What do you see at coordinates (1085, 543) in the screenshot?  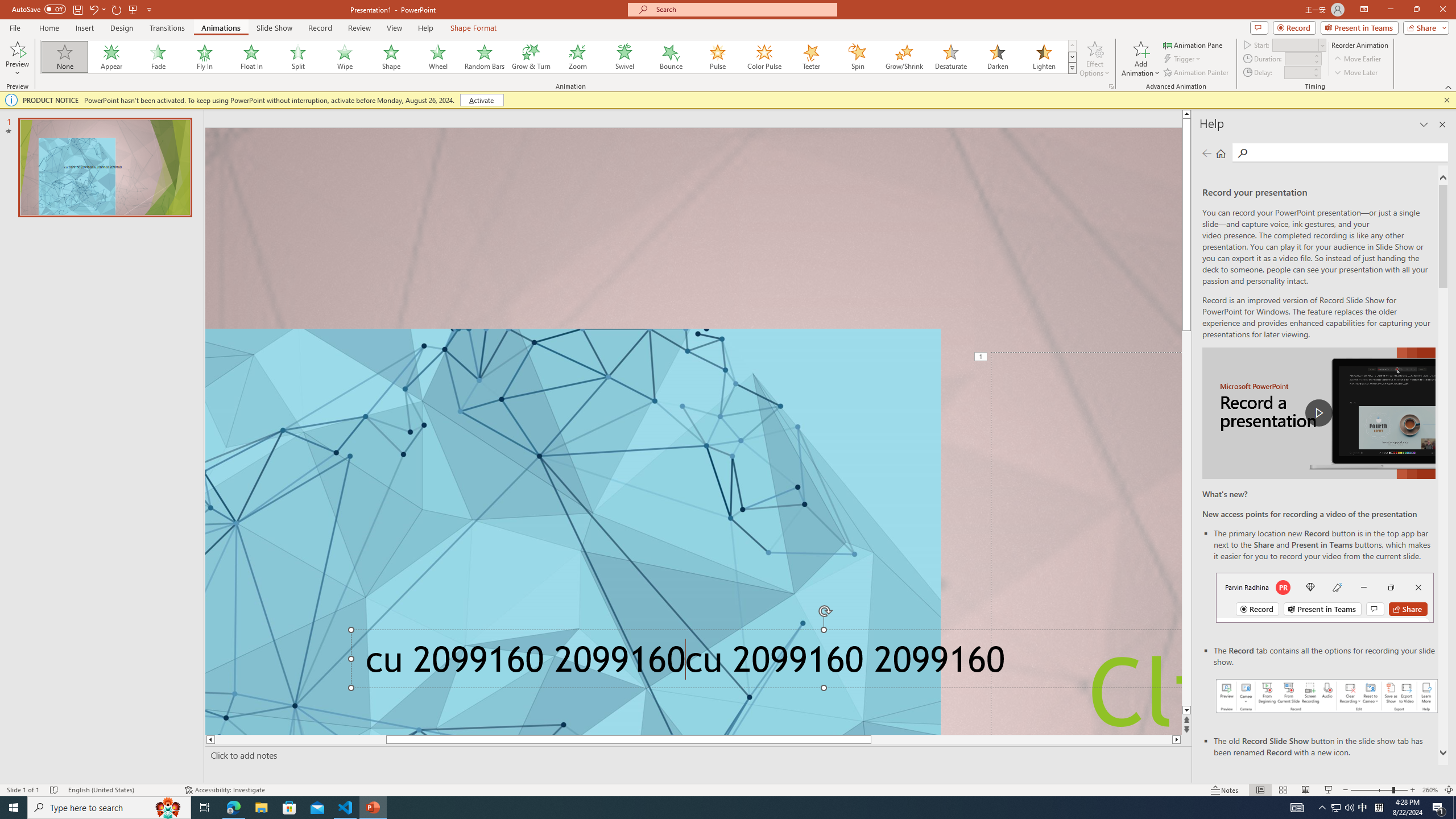 I see `'Title TextBox'` at bounding box center [1085, 543].